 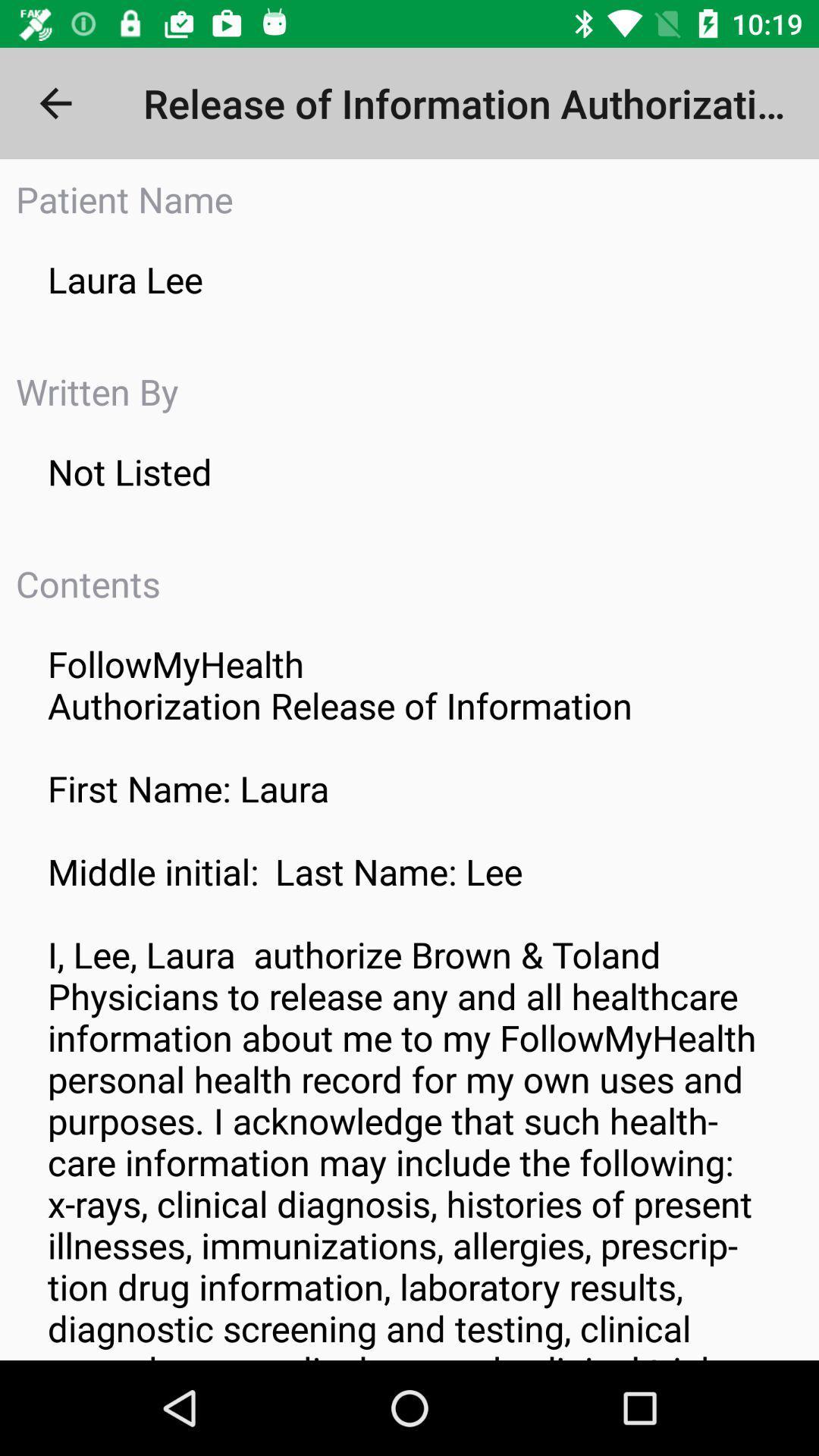 What do you see at coordinates (55, 102) in the screenshot?
I see `the item to the left of the release of information item` at bounding box center [55, 102].